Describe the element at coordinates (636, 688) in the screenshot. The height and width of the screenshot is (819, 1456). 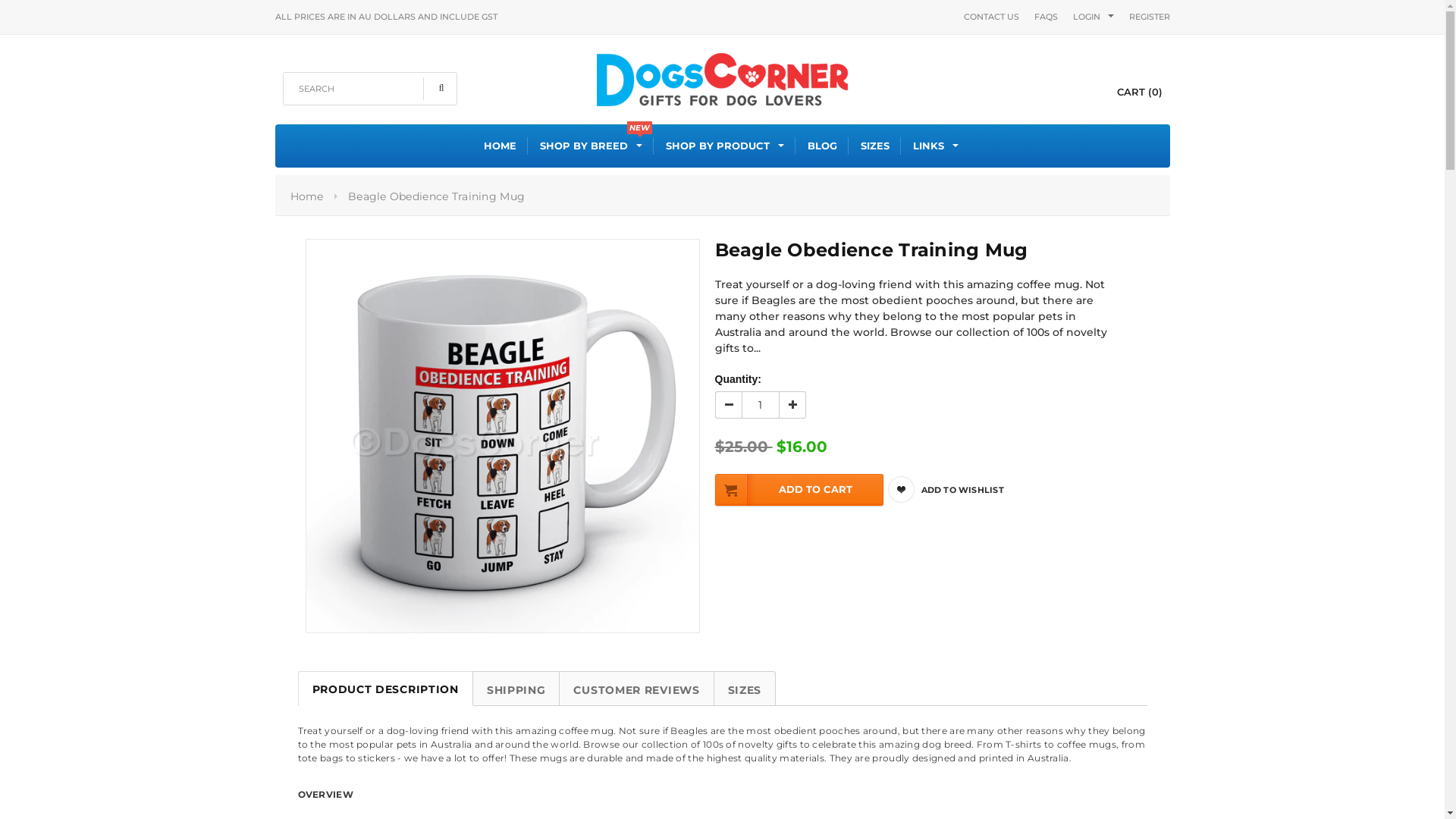
I see `'CUSTOMER REVIEWS'` at that location.